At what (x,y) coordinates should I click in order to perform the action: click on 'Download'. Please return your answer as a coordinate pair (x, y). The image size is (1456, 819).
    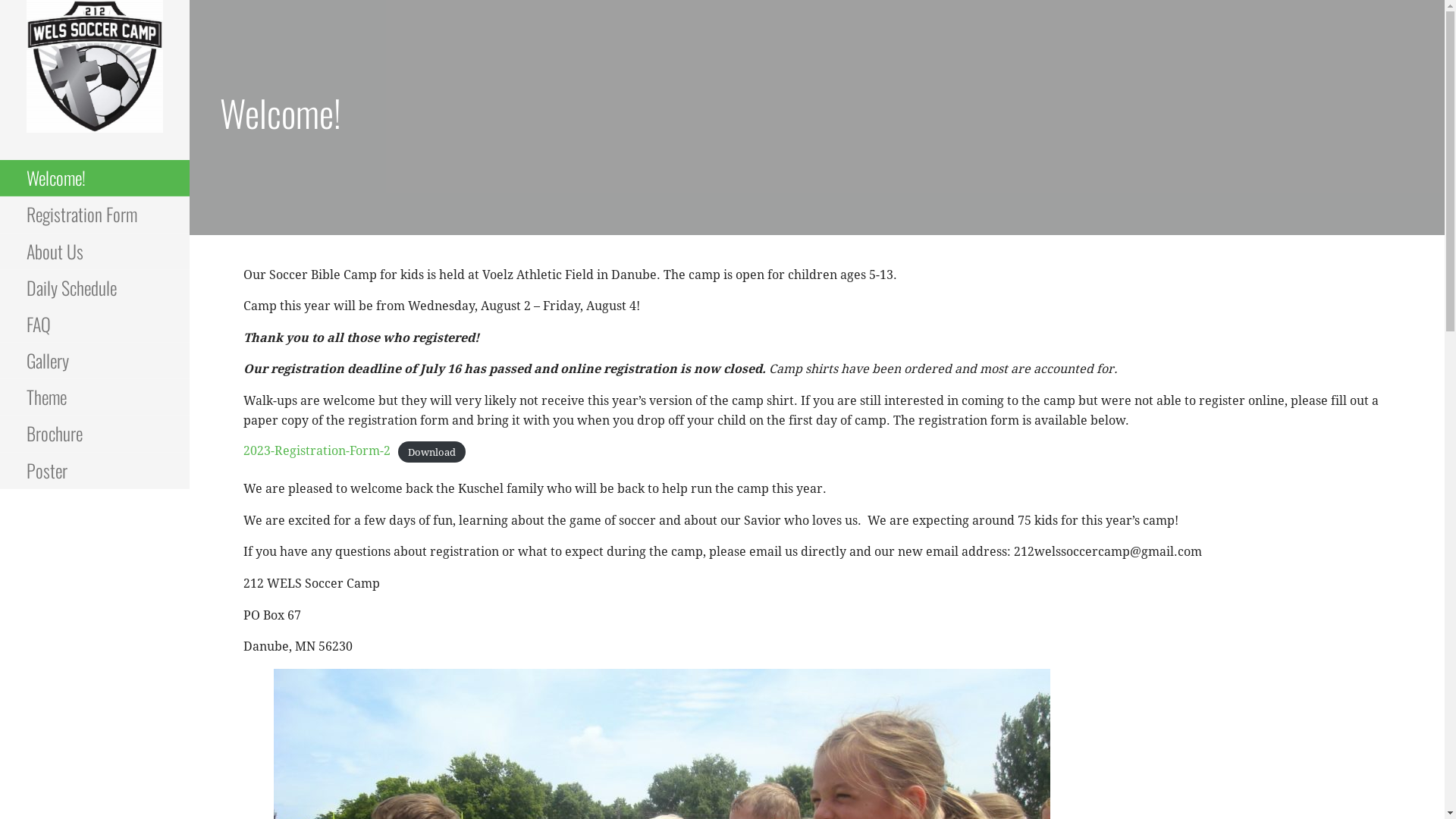
    Looking at the image, I should click on (431, 451).